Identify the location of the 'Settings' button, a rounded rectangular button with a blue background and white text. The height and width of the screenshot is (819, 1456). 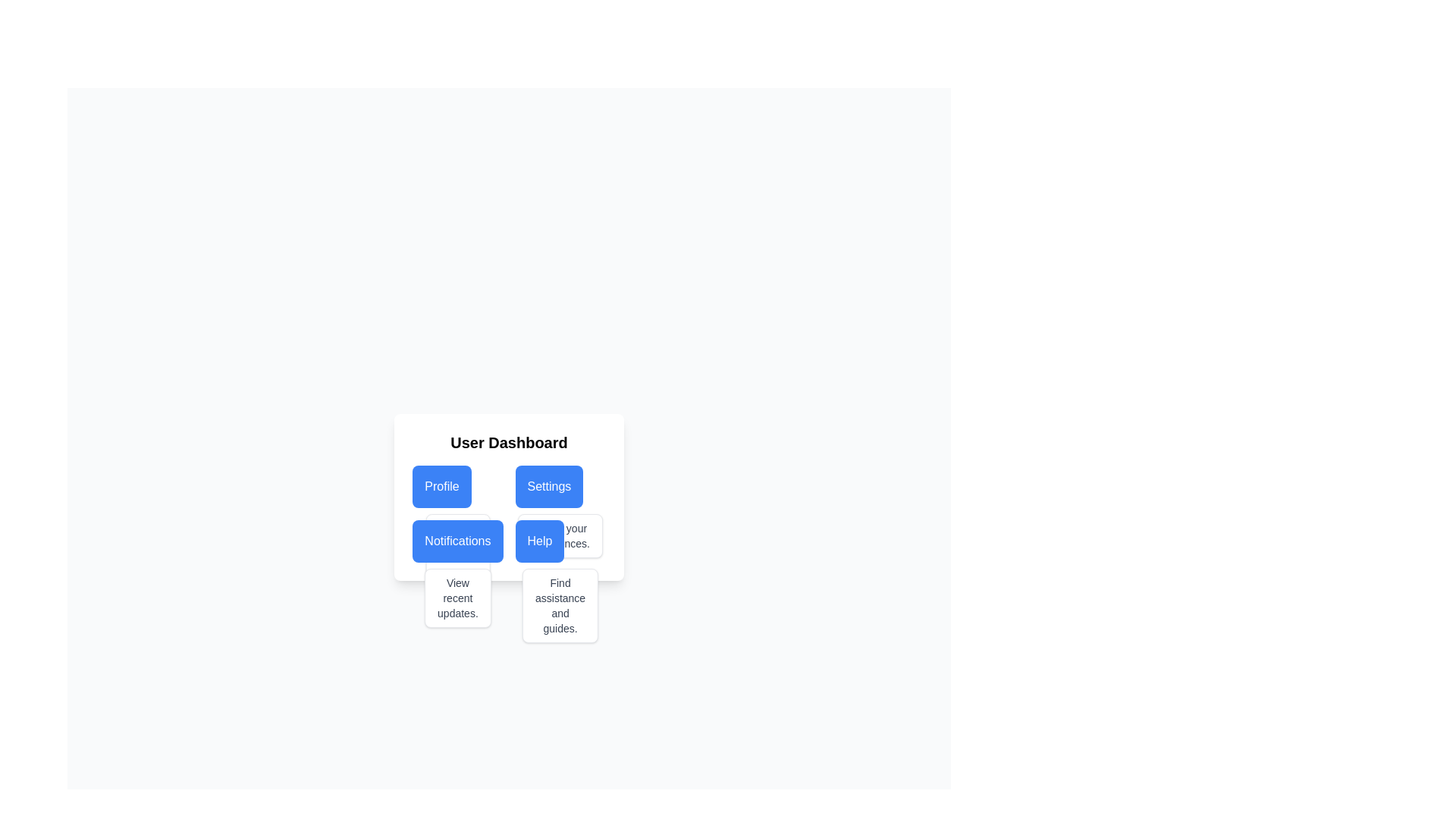
(560, 486).